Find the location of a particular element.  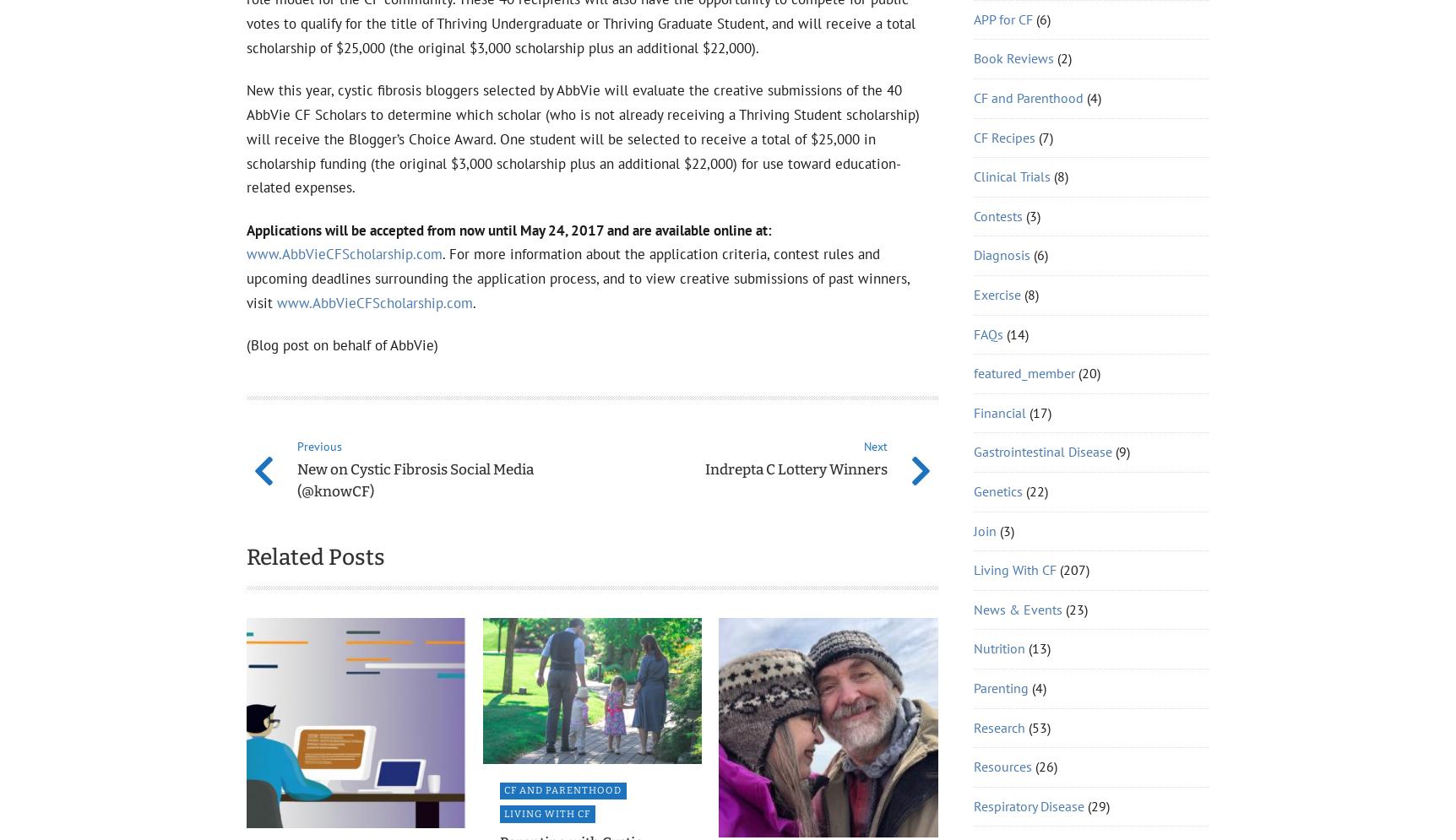

'Support' is located at coordinates (997, 117).